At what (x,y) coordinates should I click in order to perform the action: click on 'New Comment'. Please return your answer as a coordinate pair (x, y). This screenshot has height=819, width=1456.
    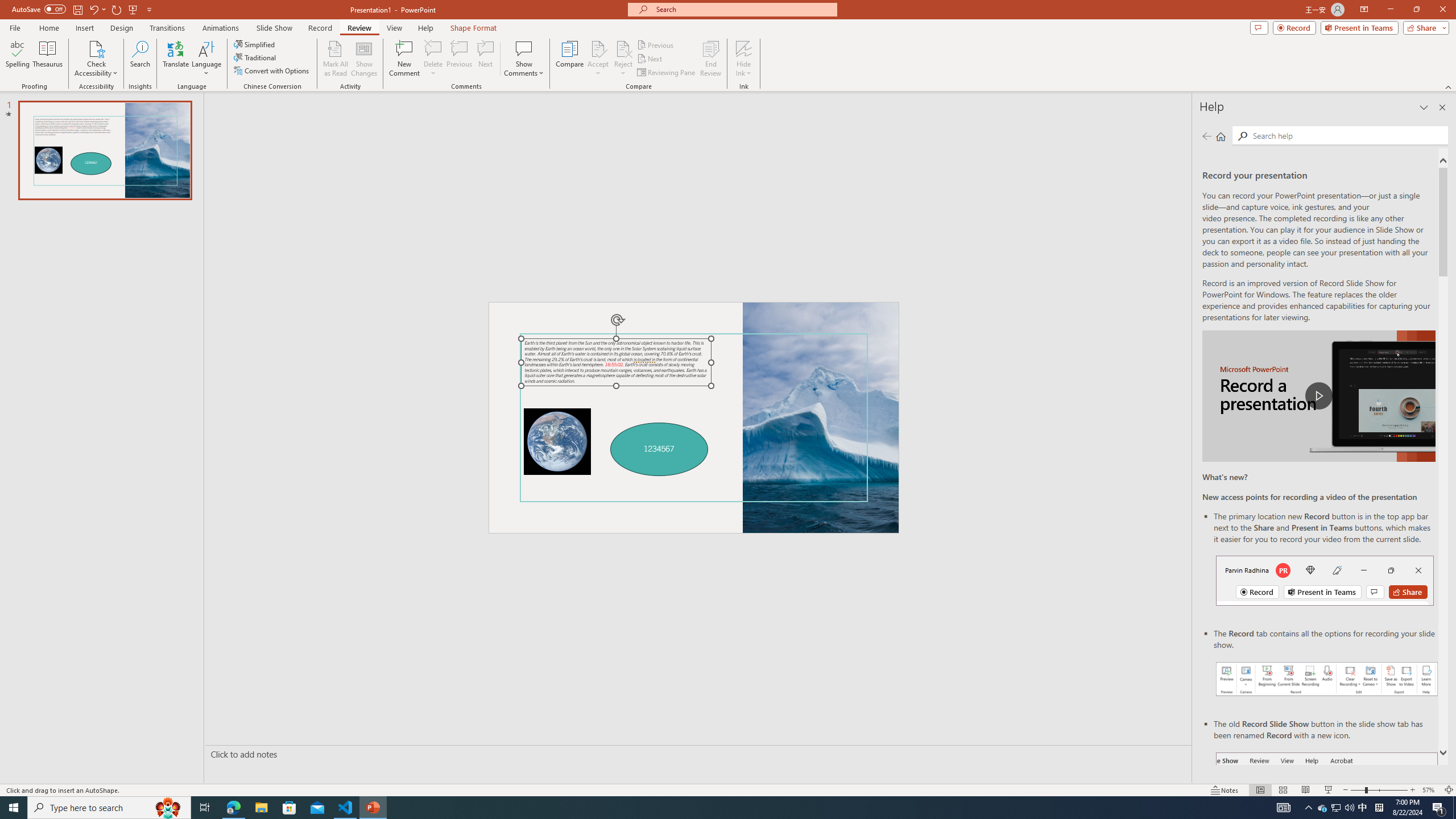
    Looking at the image, I should click on (403, 59).